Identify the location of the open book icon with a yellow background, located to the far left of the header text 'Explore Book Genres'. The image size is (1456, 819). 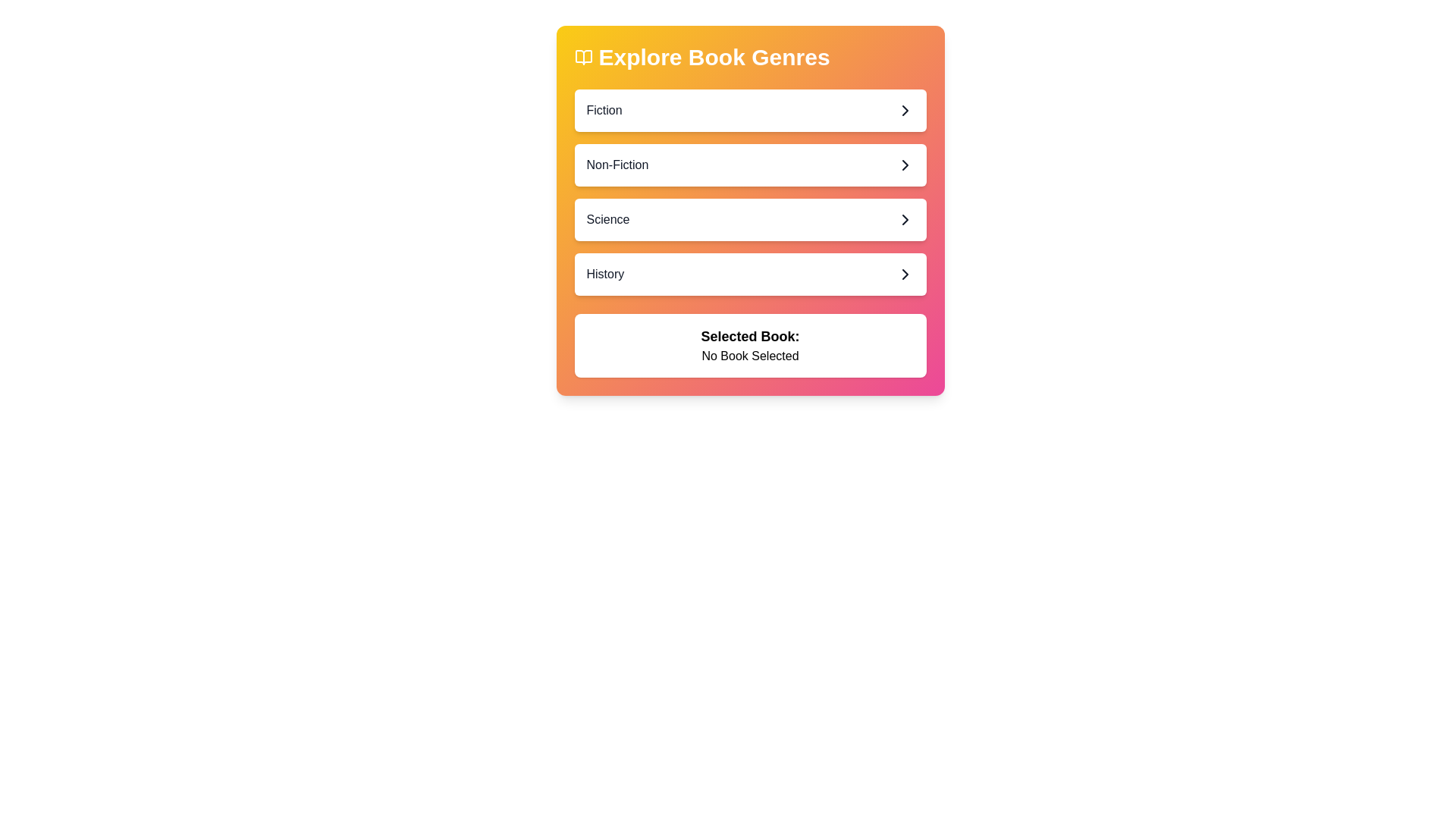
(582, 57).